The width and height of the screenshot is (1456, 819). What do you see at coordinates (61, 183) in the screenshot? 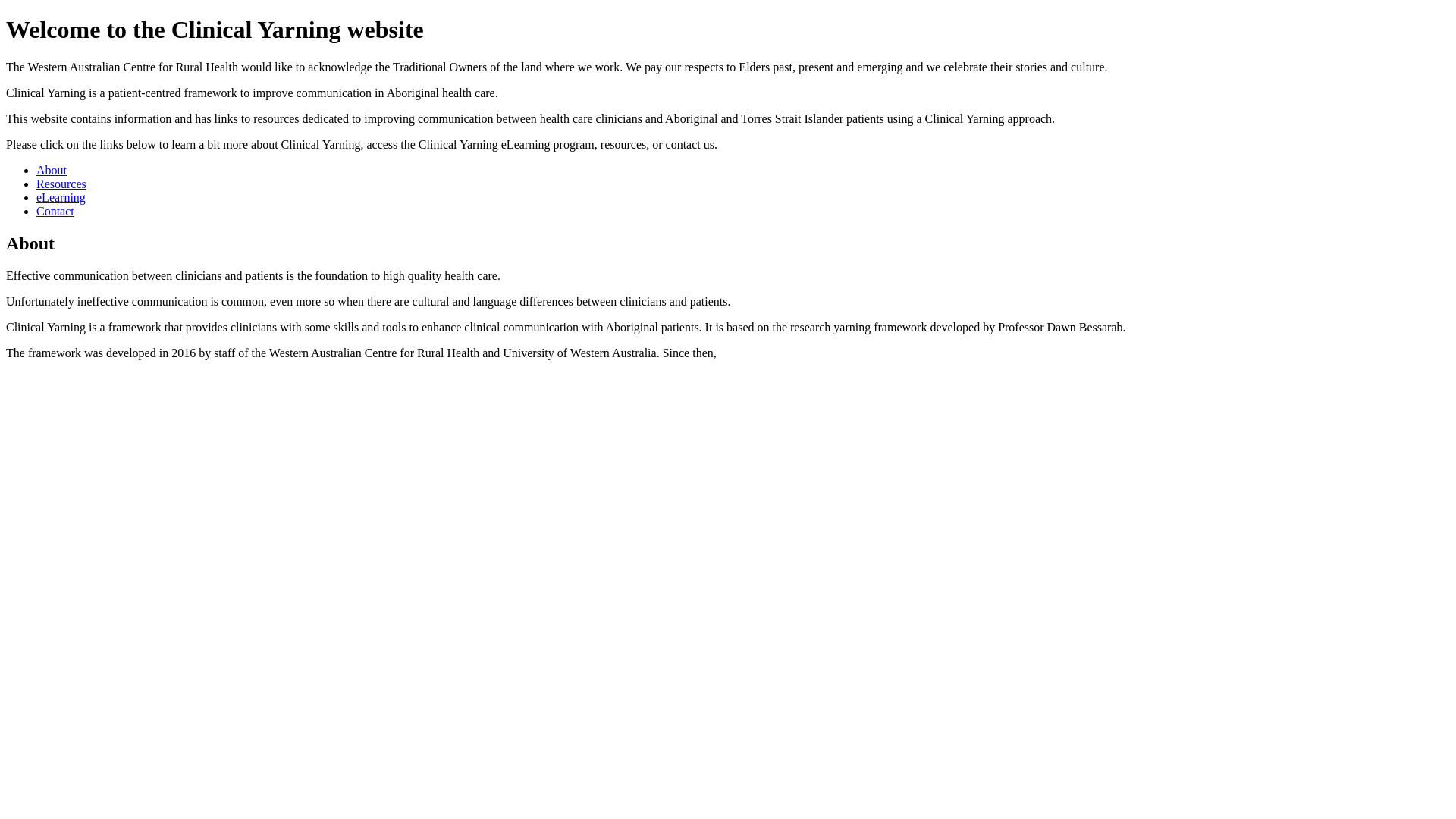
I see `'Resources'` at bounding box center [61, 183].